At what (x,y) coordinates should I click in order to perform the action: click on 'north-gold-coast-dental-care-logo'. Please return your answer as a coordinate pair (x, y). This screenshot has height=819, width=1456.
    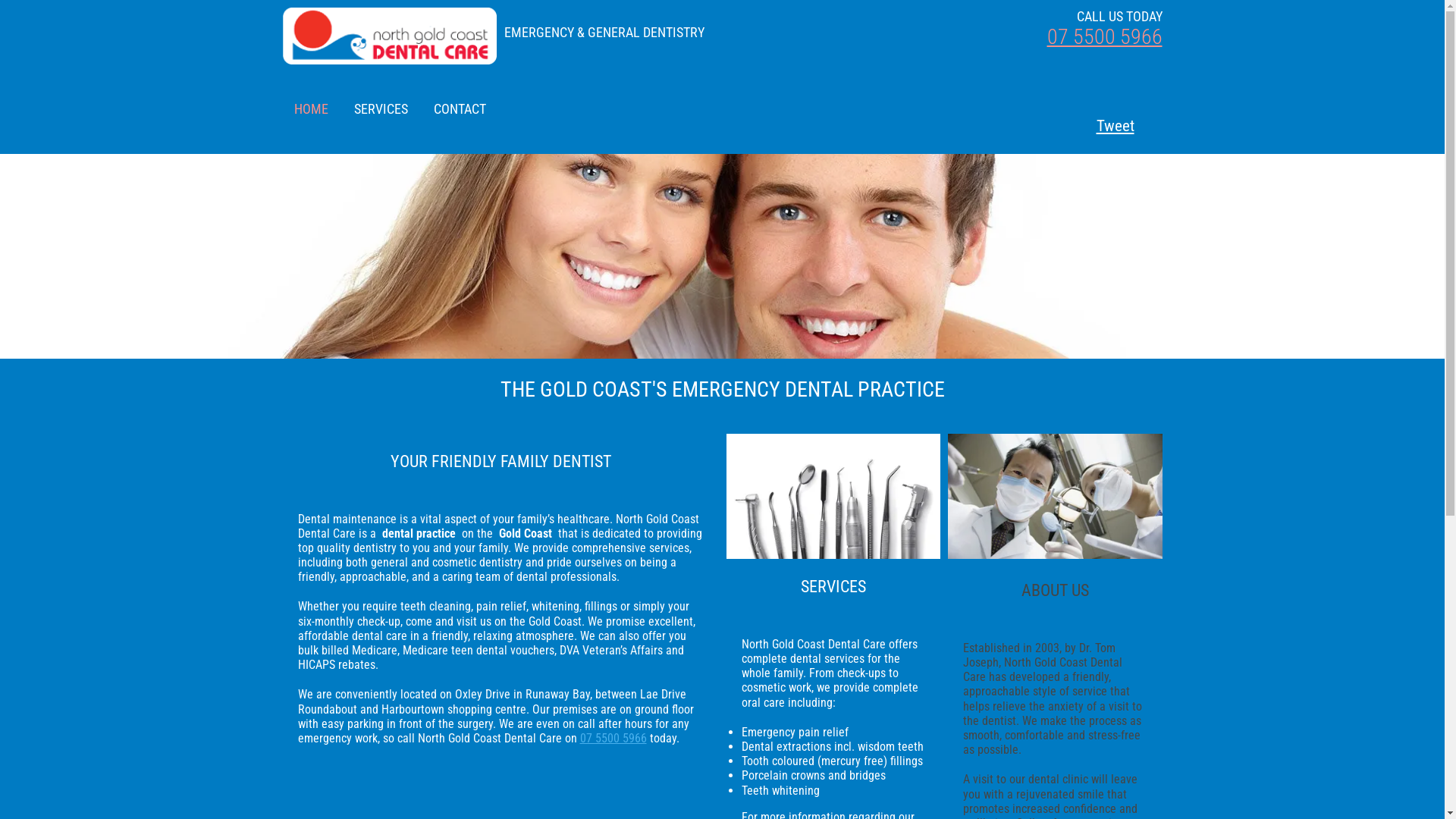
    Looking at the image, I should click on (282, 35).